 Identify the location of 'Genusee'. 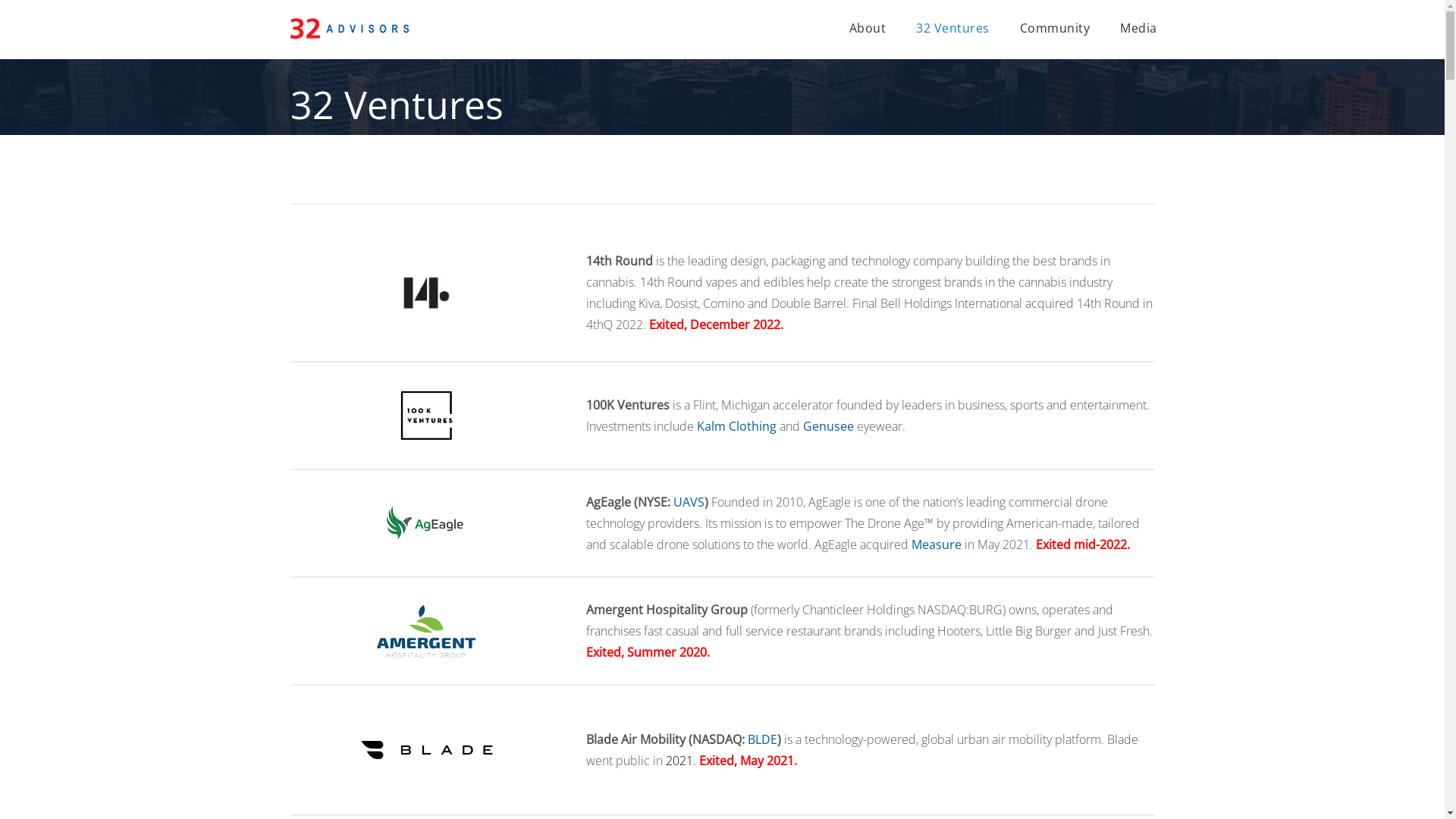
(801, 426).